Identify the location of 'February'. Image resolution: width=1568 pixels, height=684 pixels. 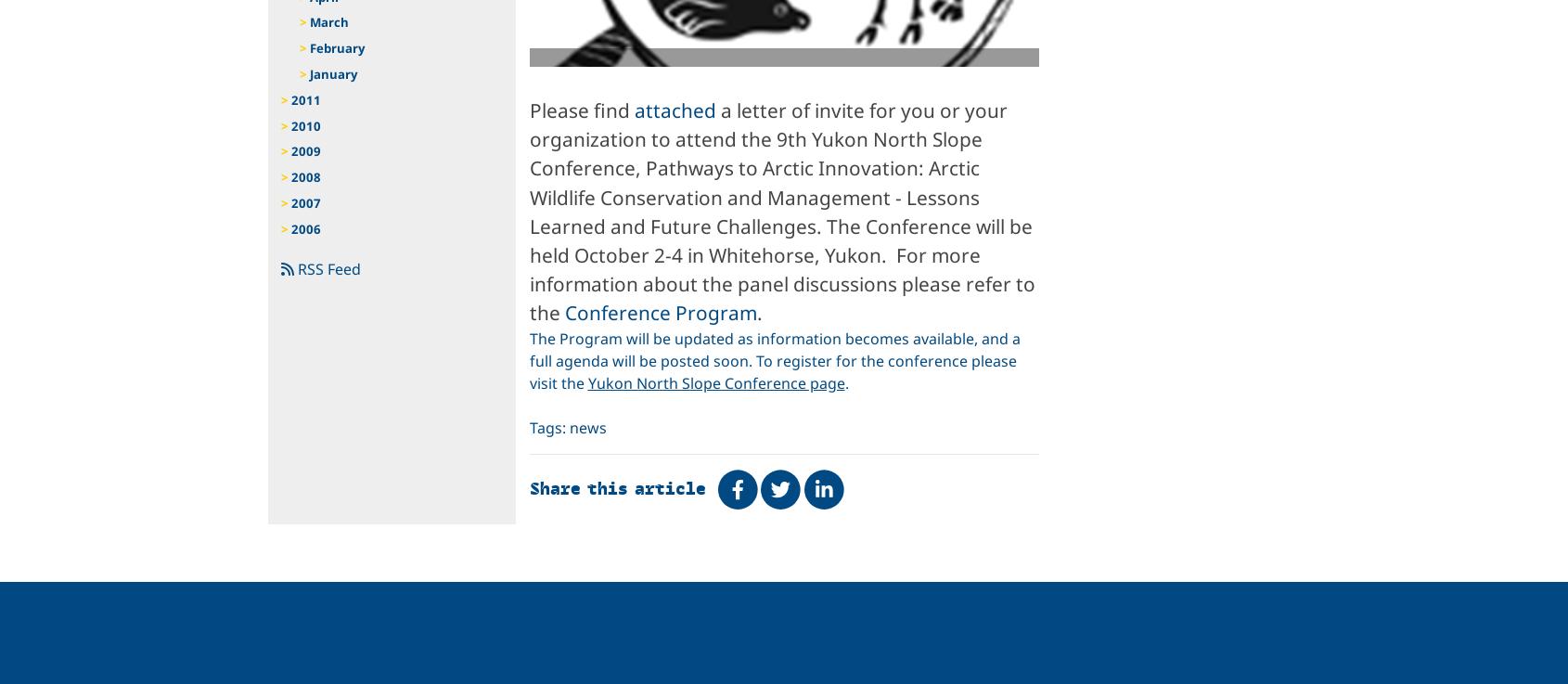
(337, 48).